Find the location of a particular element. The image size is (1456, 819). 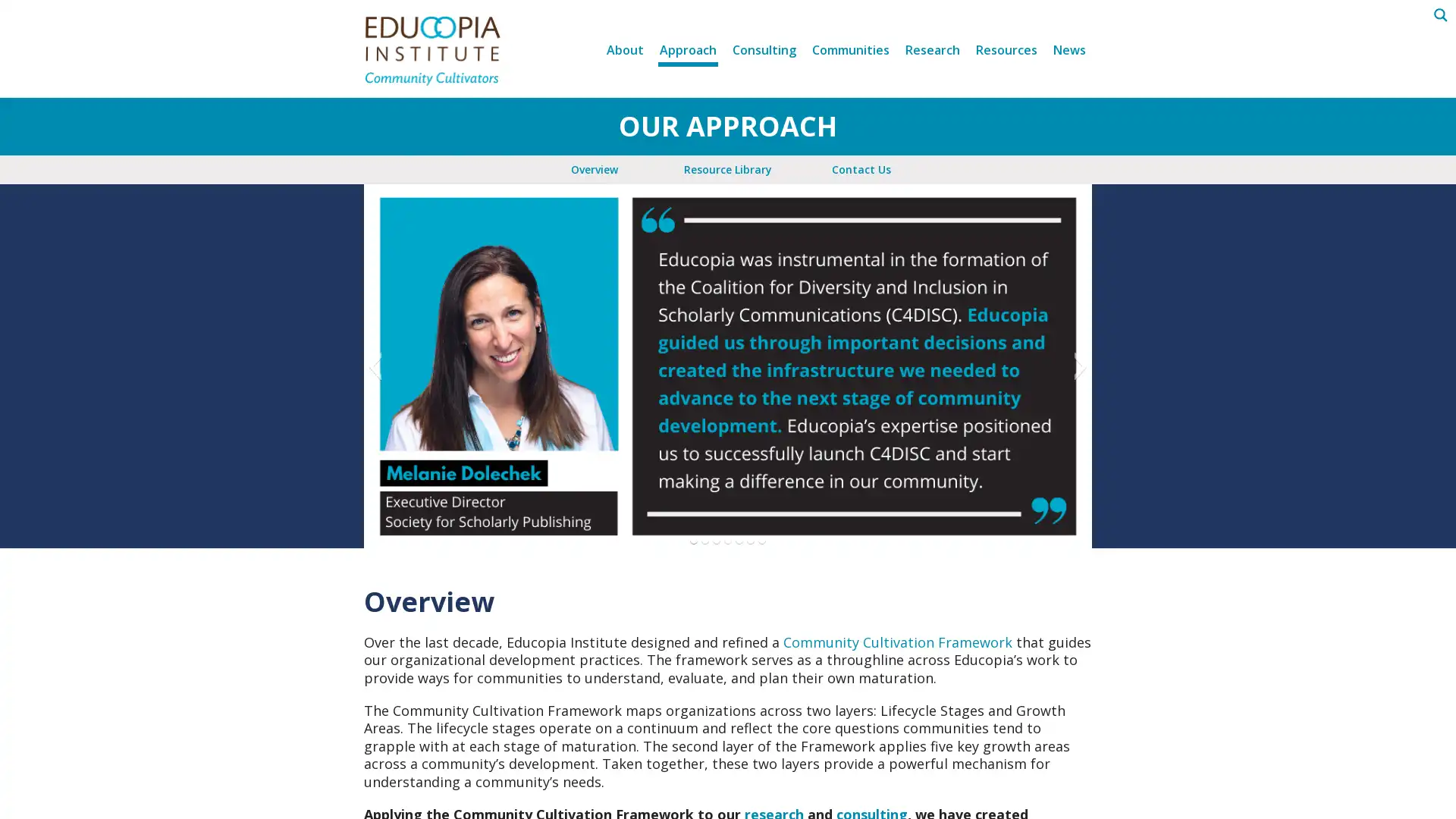

Next is located at coordinates (1080, 366).